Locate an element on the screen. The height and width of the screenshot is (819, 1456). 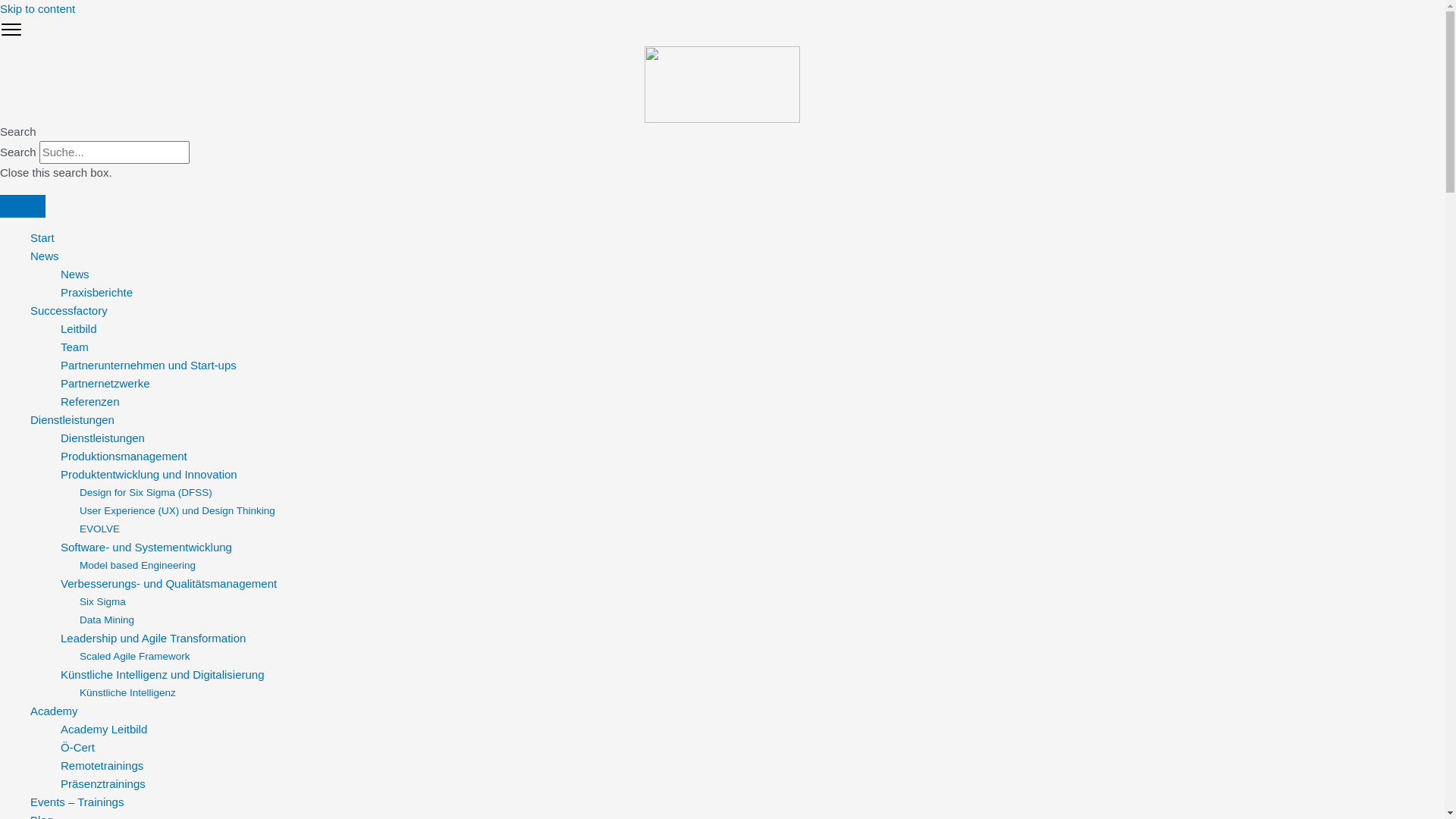
'Academy Leitbild' is located at coordinates (103, 728).